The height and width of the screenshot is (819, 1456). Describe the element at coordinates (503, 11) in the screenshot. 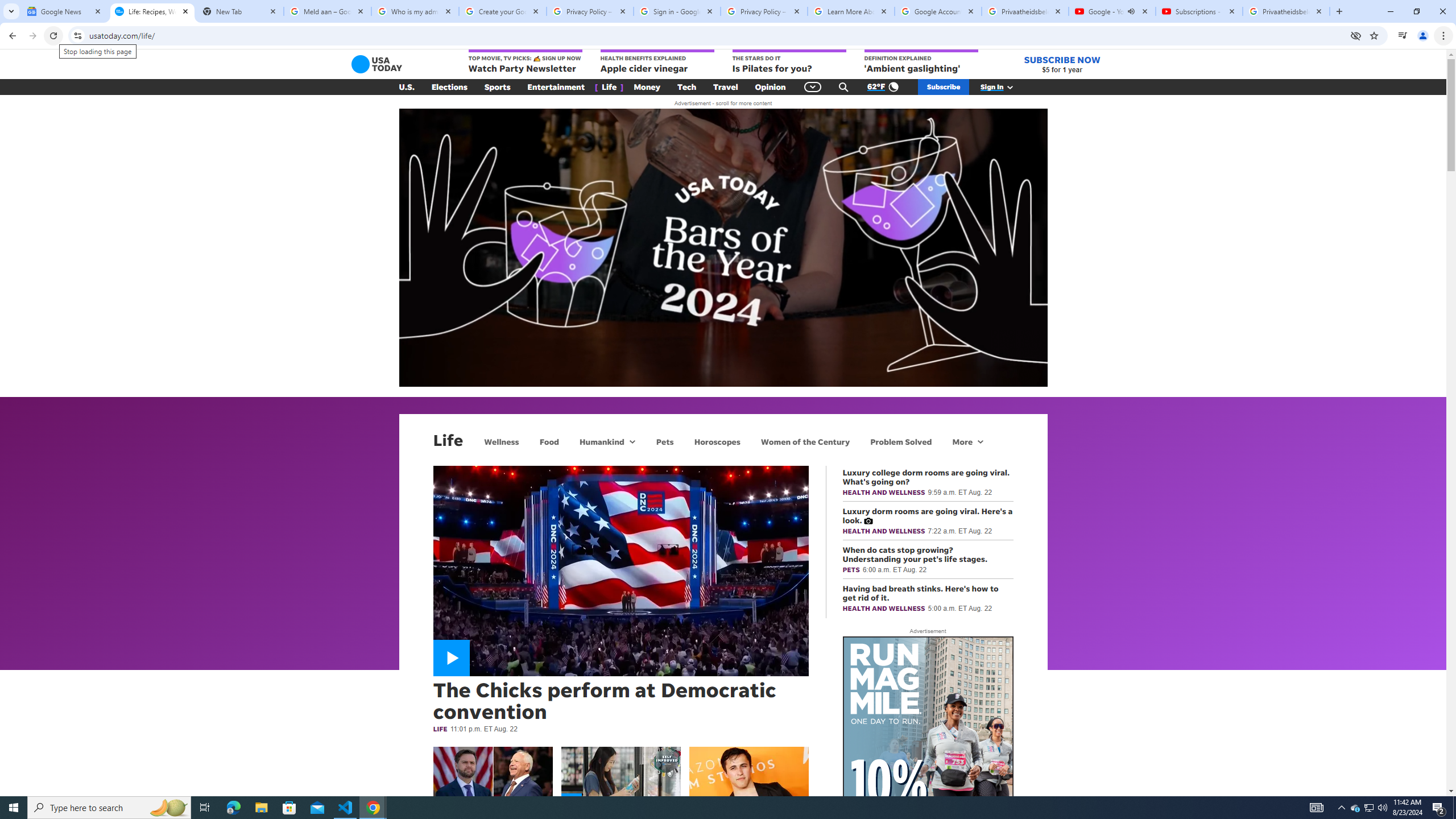

I see `'Create your Google Account'` at that location.